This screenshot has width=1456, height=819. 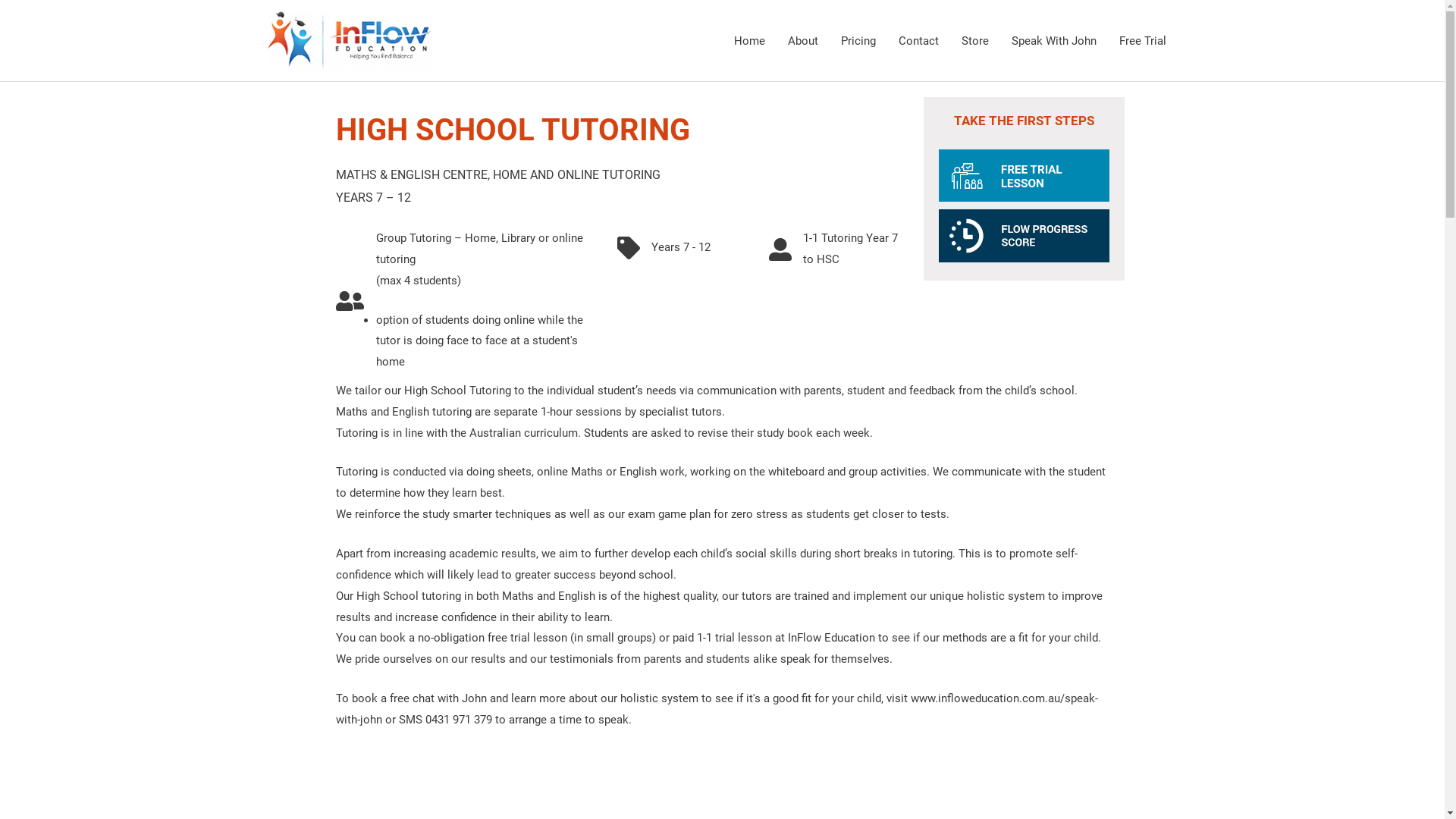 What do you see at coordinates (974, 39) in the screenshot?
I see `'Store'` at bounding box center [974, 39].